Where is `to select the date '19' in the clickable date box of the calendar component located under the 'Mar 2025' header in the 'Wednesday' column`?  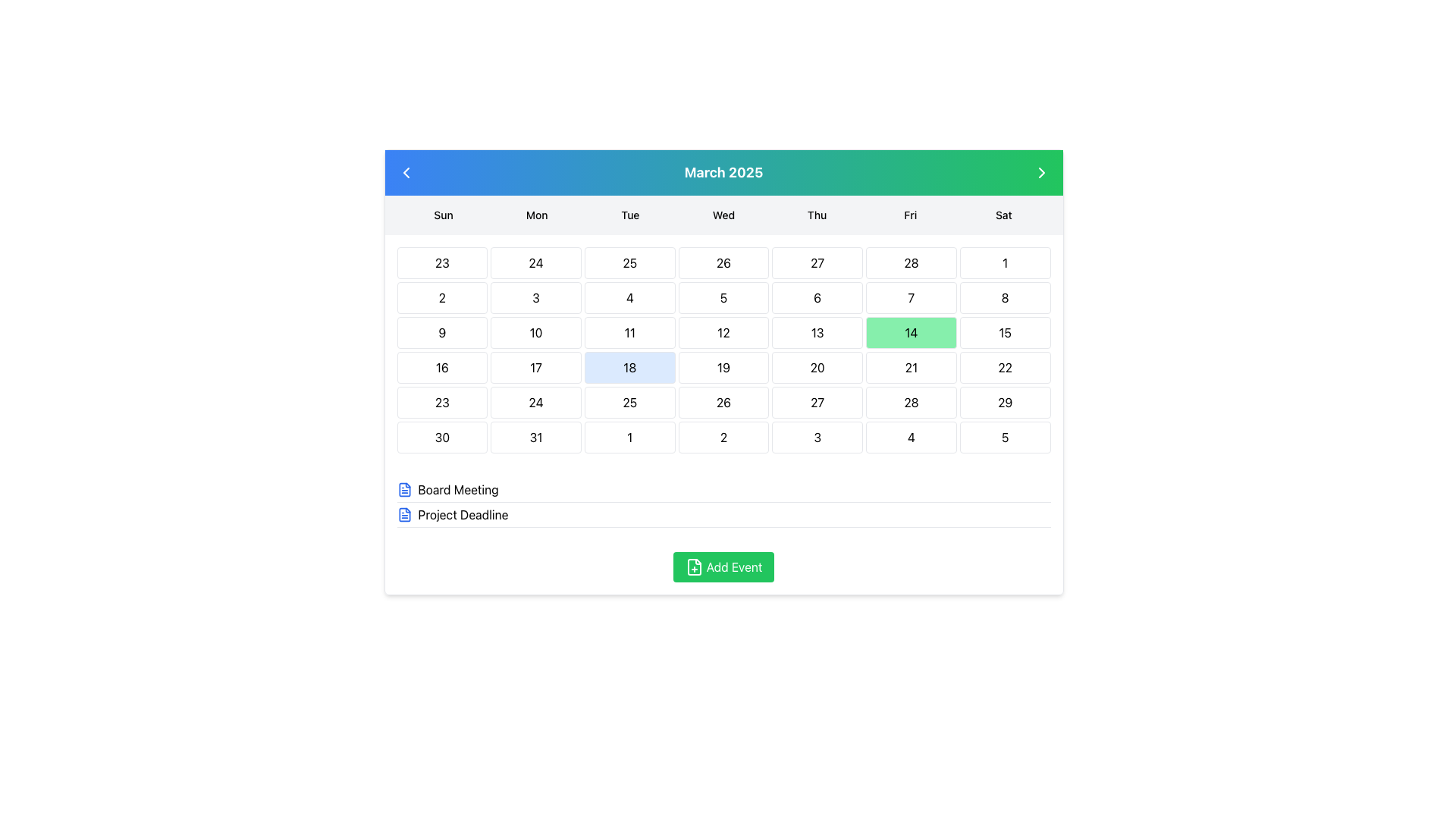 to select the date '19' in the clickable date box of the calendar component located under the 'Mar 2025' header in the 'Wednesday' column is located at coordinates (723, 368).